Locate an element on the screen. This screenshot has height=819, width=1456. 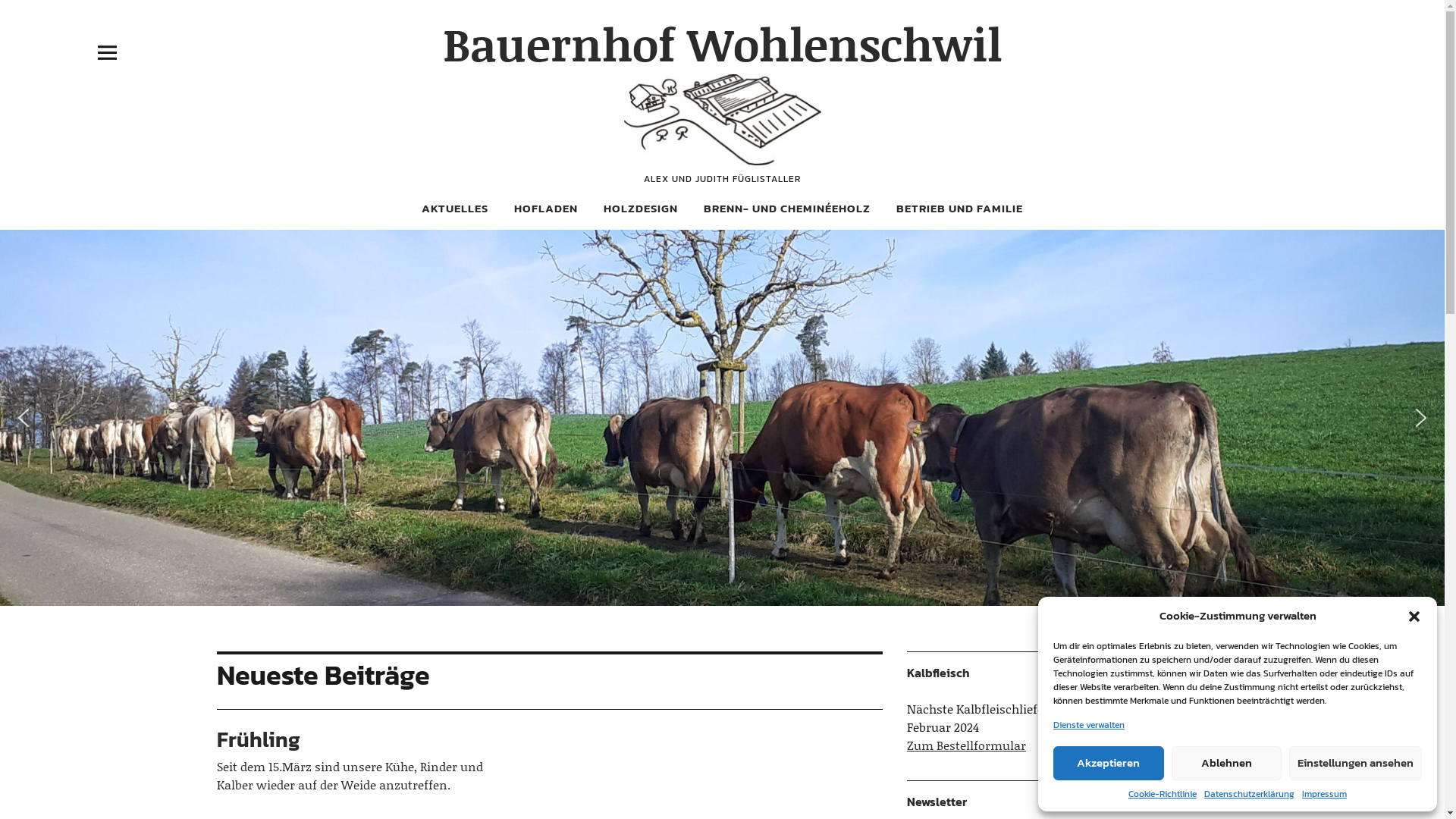
'Akzeptieren' is located at coordinates (1109, 763).